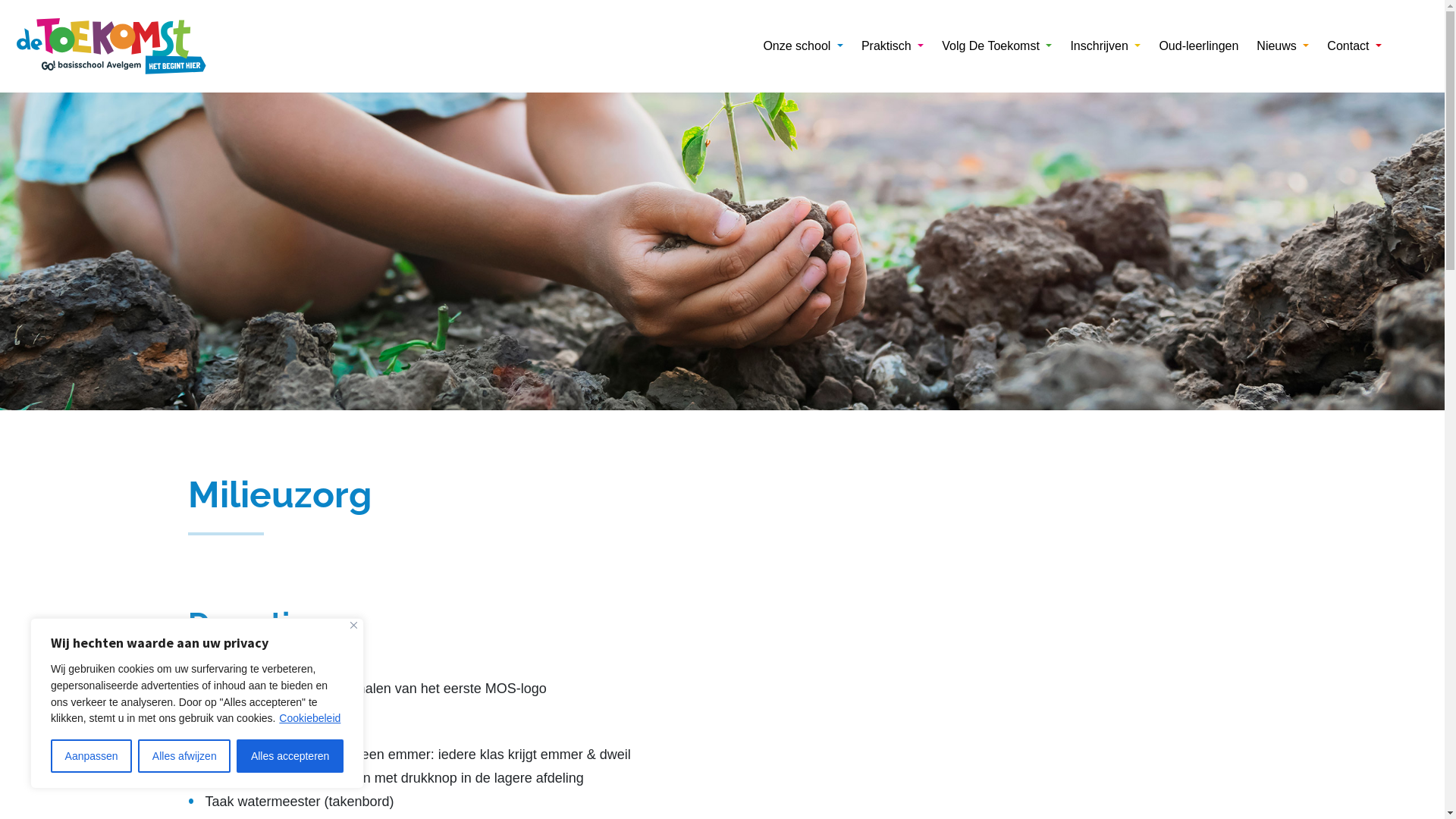  Describe the element at coordinates (90, 755) in the screenshot. I see `'Aanpassen'` at that location.